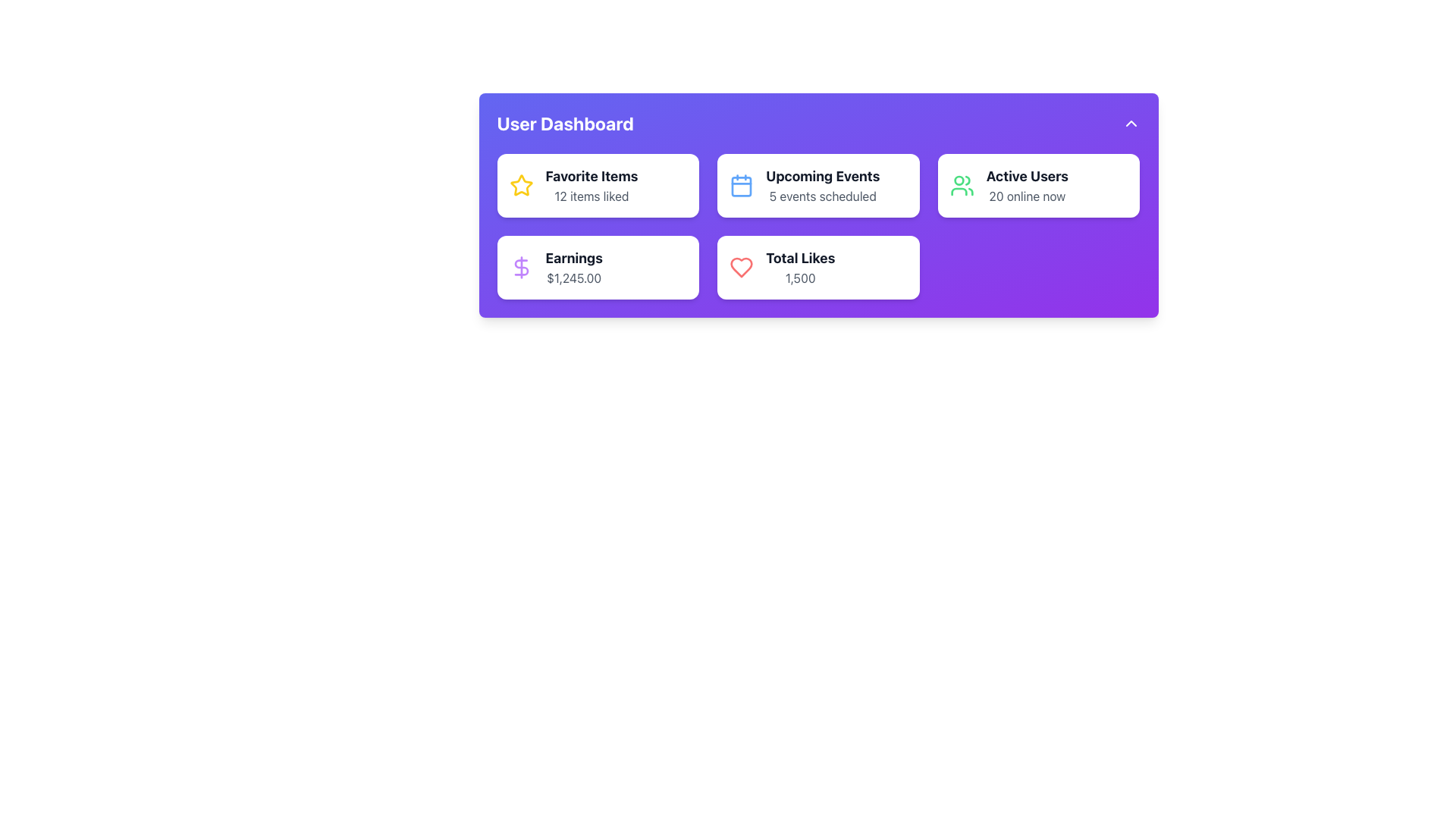 The height and width of the screenshot is (819, 1456). Describe the element at coordinates (573, 278) in the screenshot. I see `the text displaying the amount '$1,245.00' located in the bottom-left card of the dashboard under the 'Earnings' label` at that location.